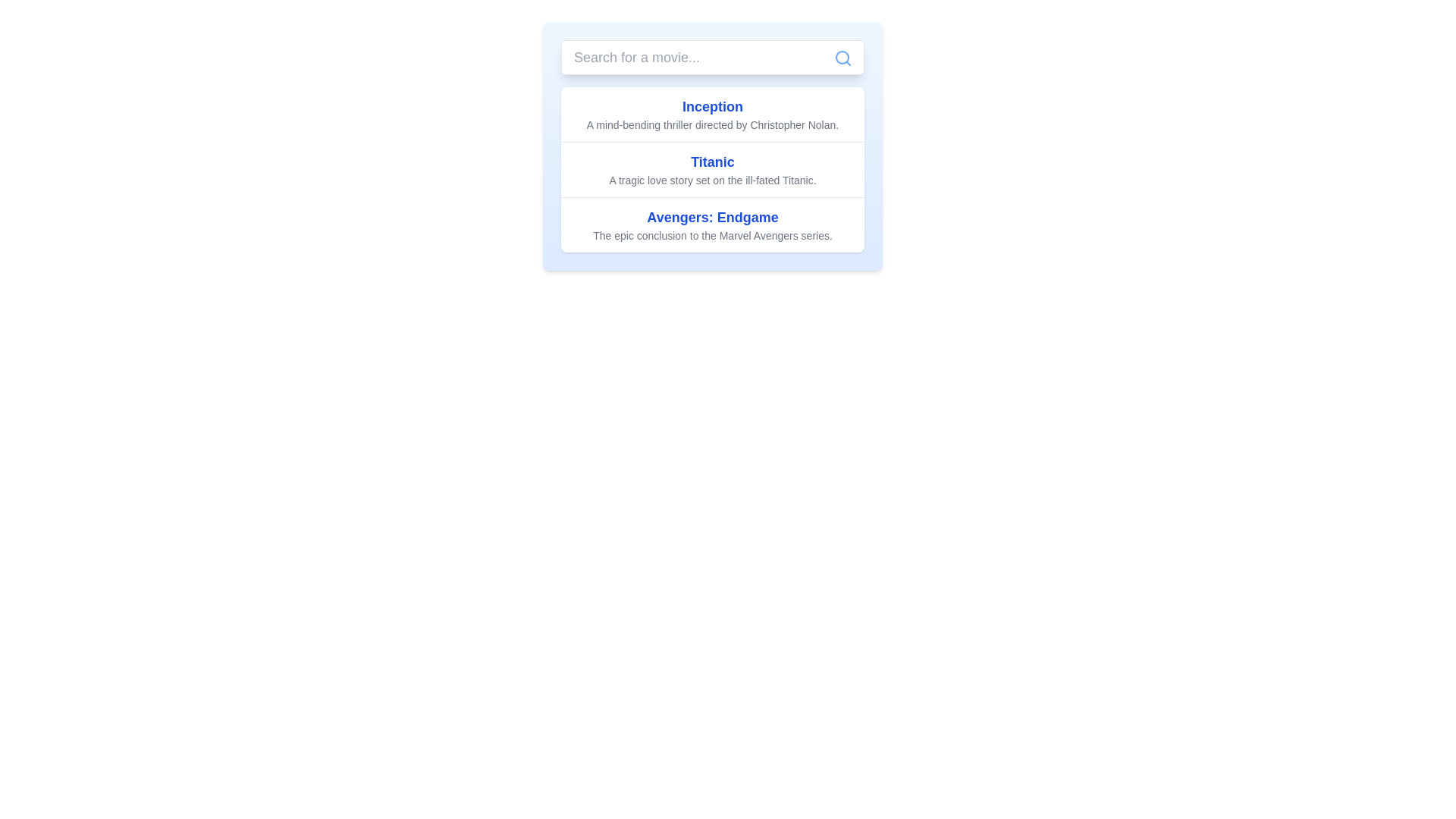 The height and width of the screenshot is (819, 1456). I want to click on the first movie description text block that displays the title and description, positioned below the search bar, before the entries for 'Titanic' and 'Avengers: Endgame.', so click(712, 113).